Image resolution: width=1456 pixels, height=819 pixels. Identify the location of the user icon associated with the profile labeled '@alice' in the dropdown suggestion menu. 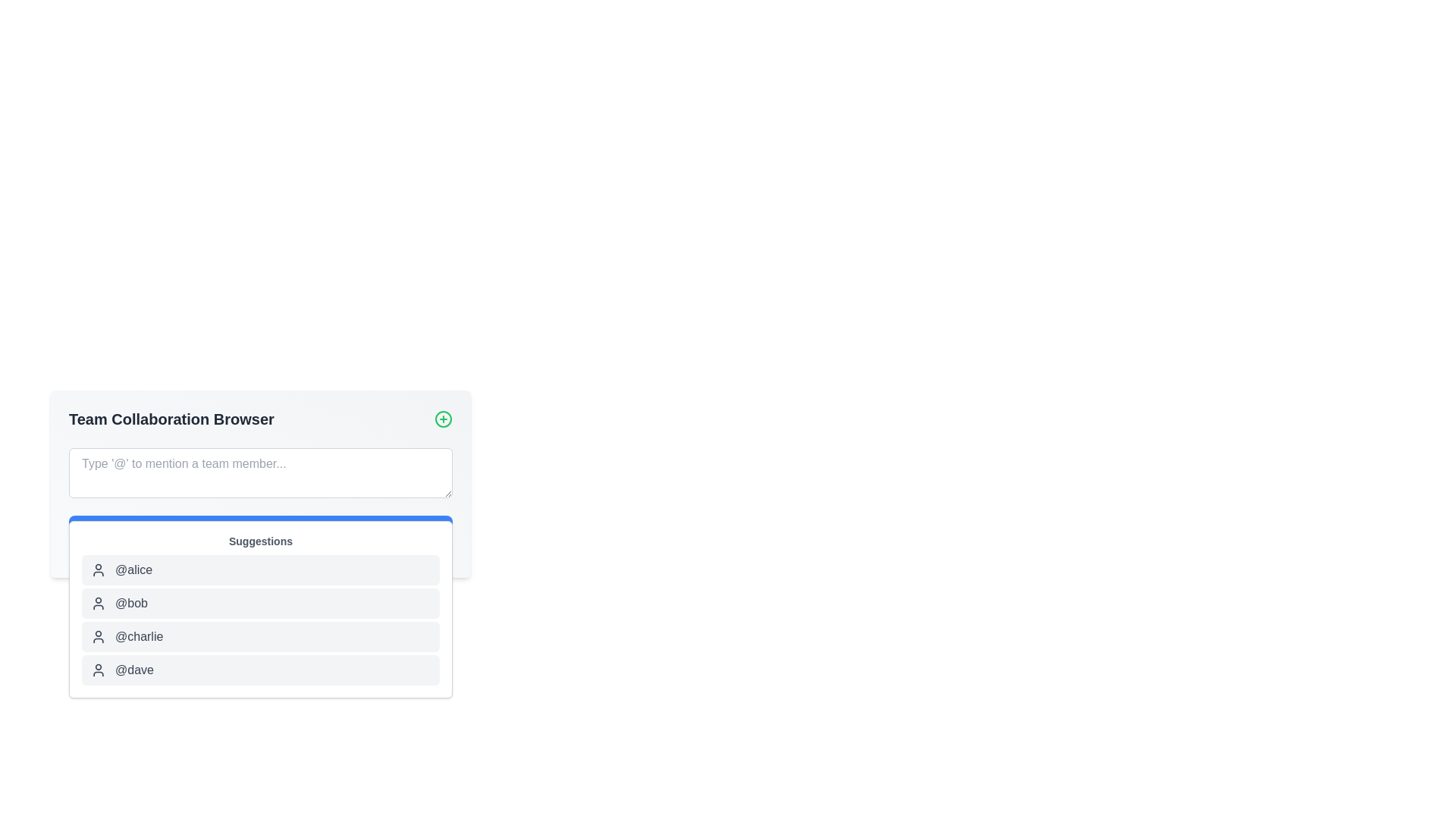
(97, 570).